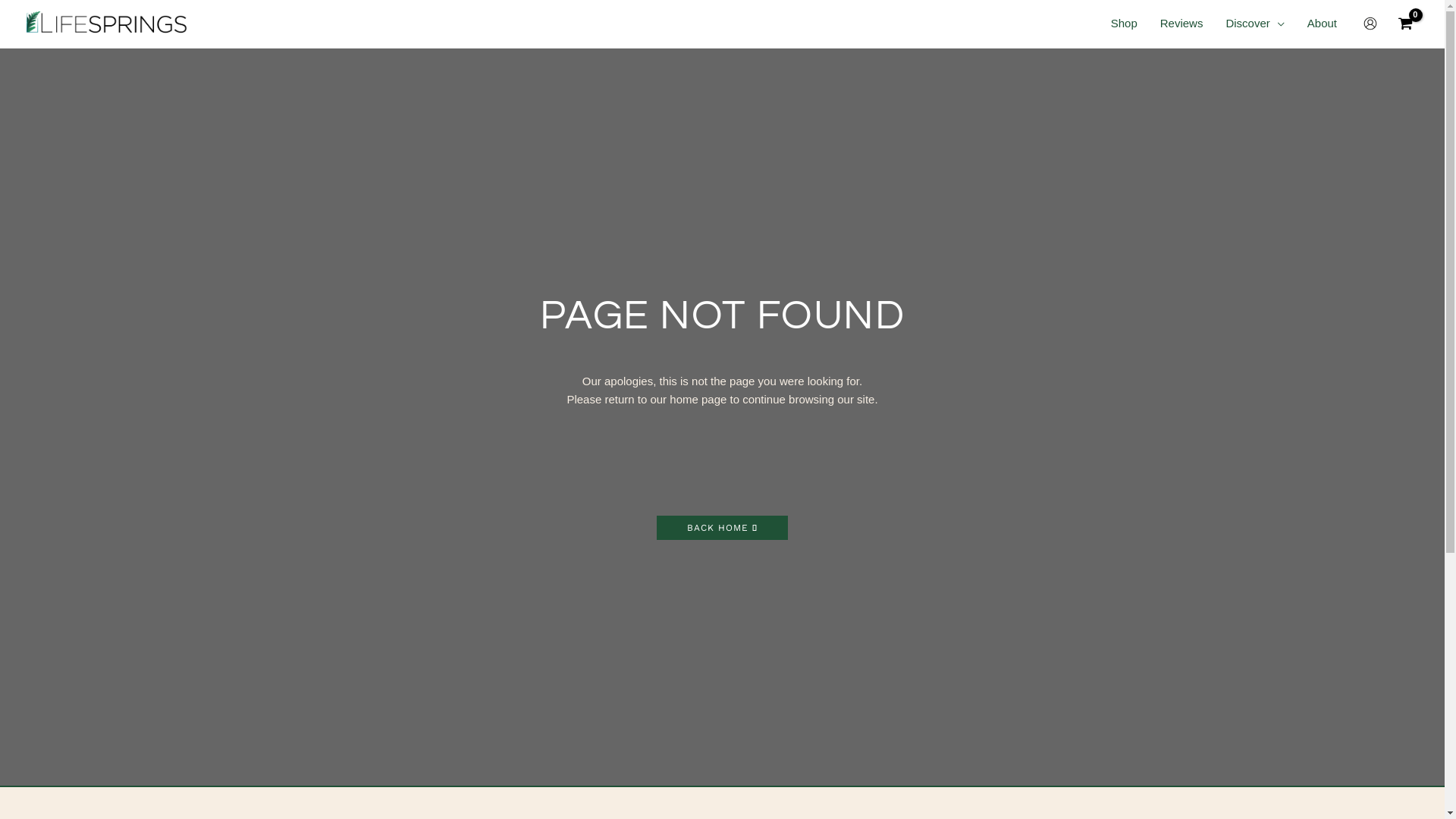  I want to click on 'Discover', so click(1254, 23).